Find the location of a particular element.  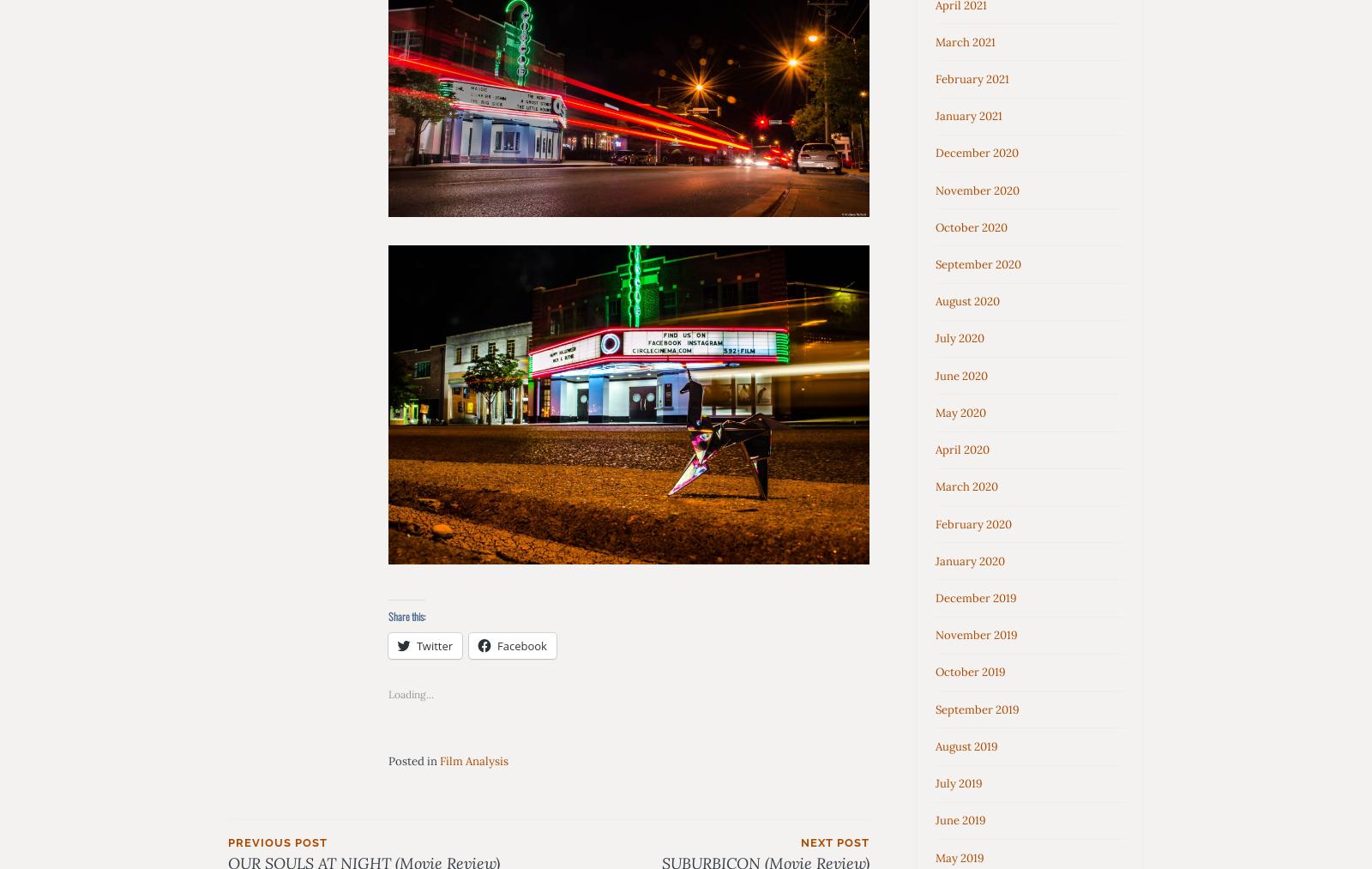

'October 2019' is located at coordinates (936, 672).